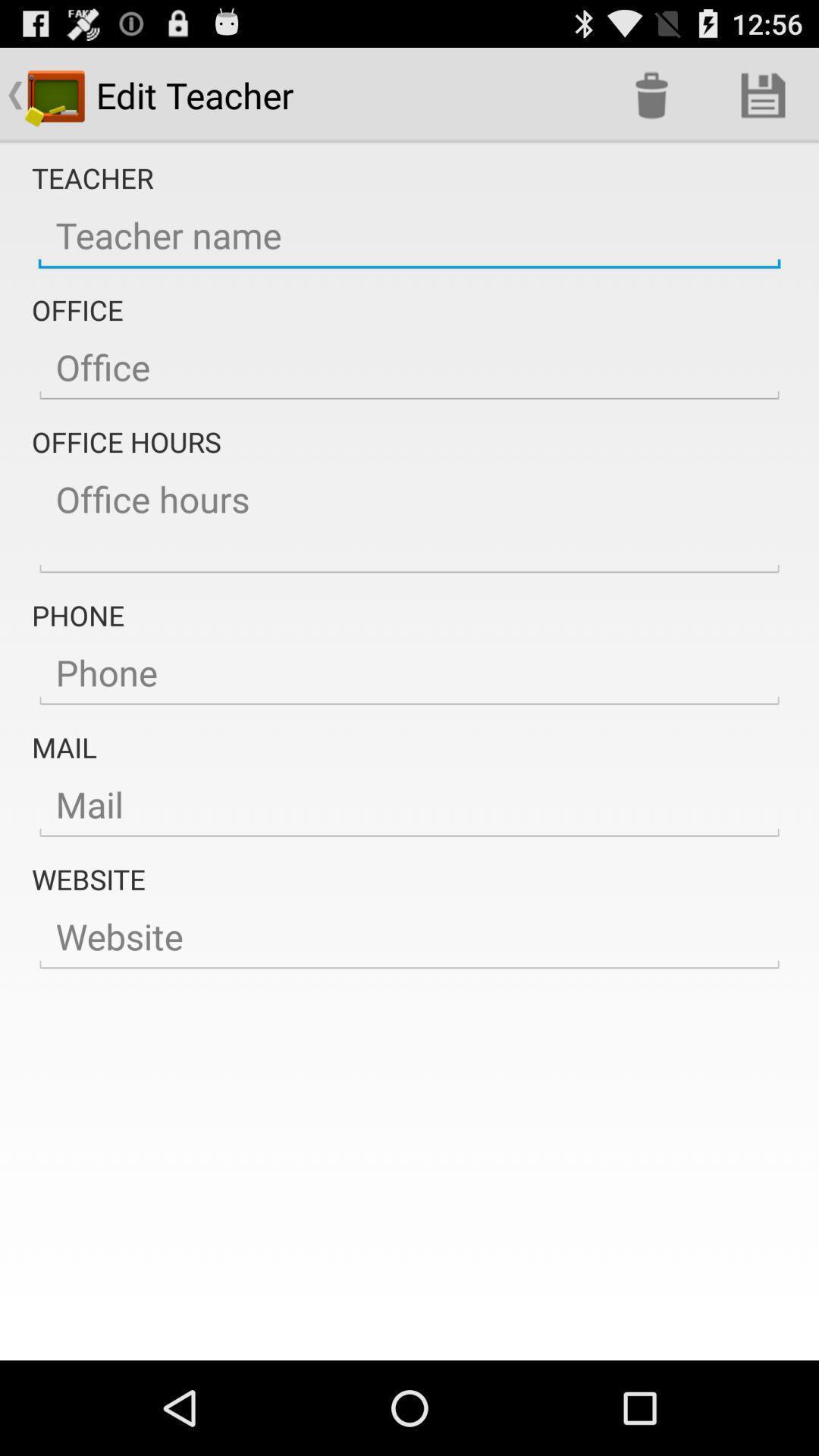  What do you see at coordinates (409, 673) in the screenshot?
I see `type in` at bounding box center [409, 673].